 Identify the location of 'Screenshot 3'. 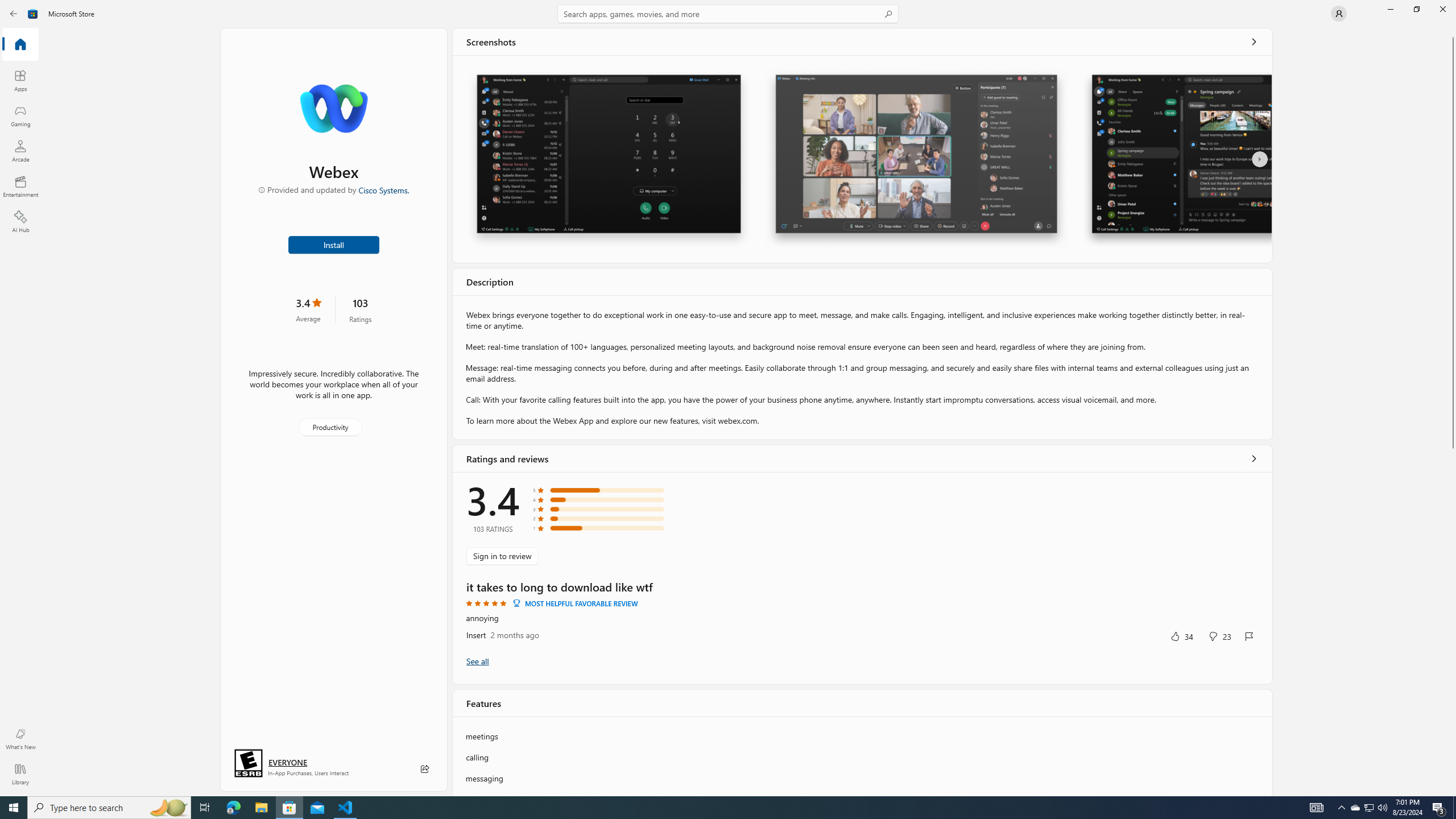
(1176, 159).